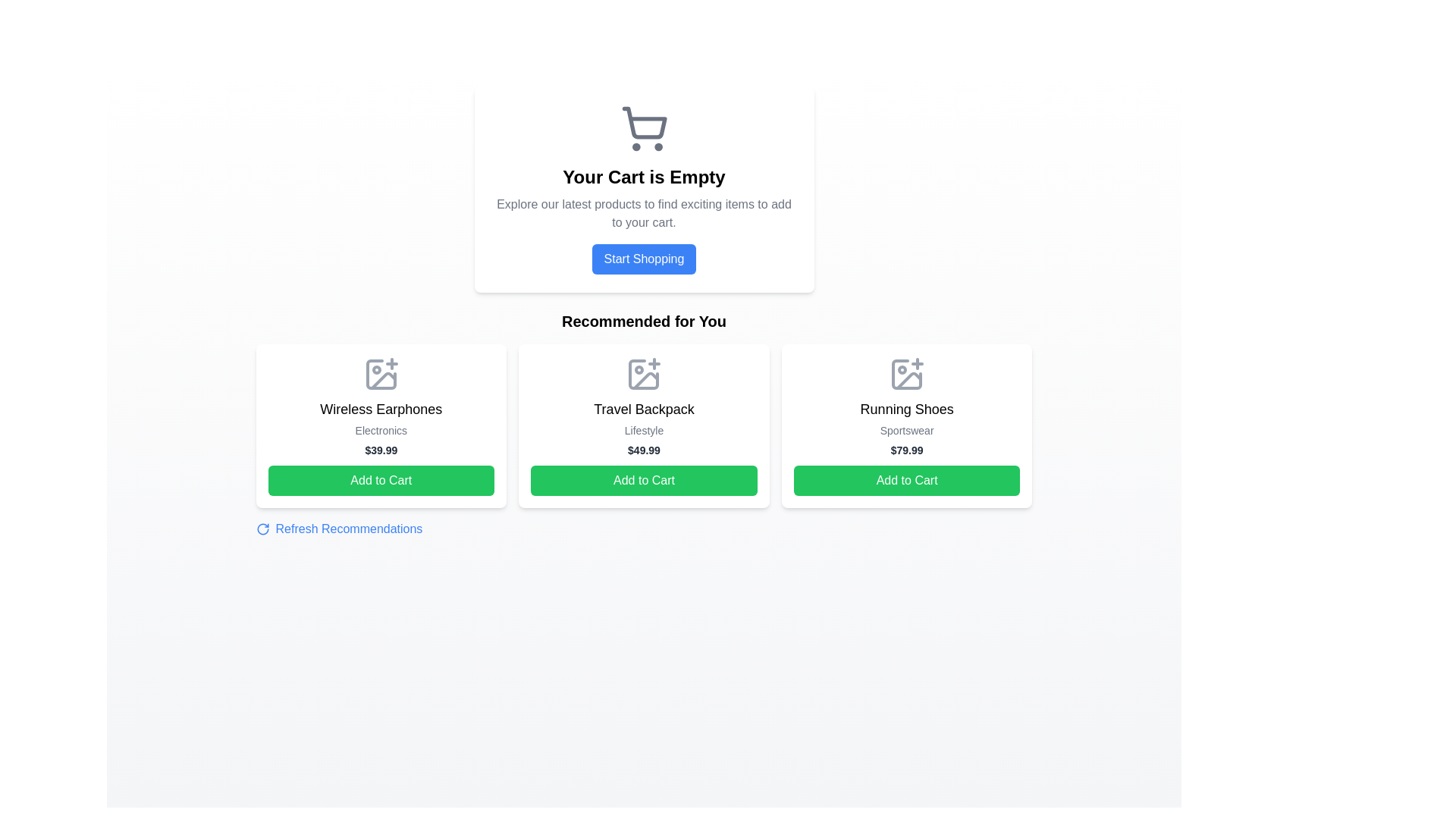 The height and width of the screenshot is (819, 1456). What do you see at coordinates (262, 529) in the screenshot?
I see `the small circular icon resembling a clockwise arrow, which is positioned to the left of the 'Refresh Recommendations' text` at bounding box center [262, 529].